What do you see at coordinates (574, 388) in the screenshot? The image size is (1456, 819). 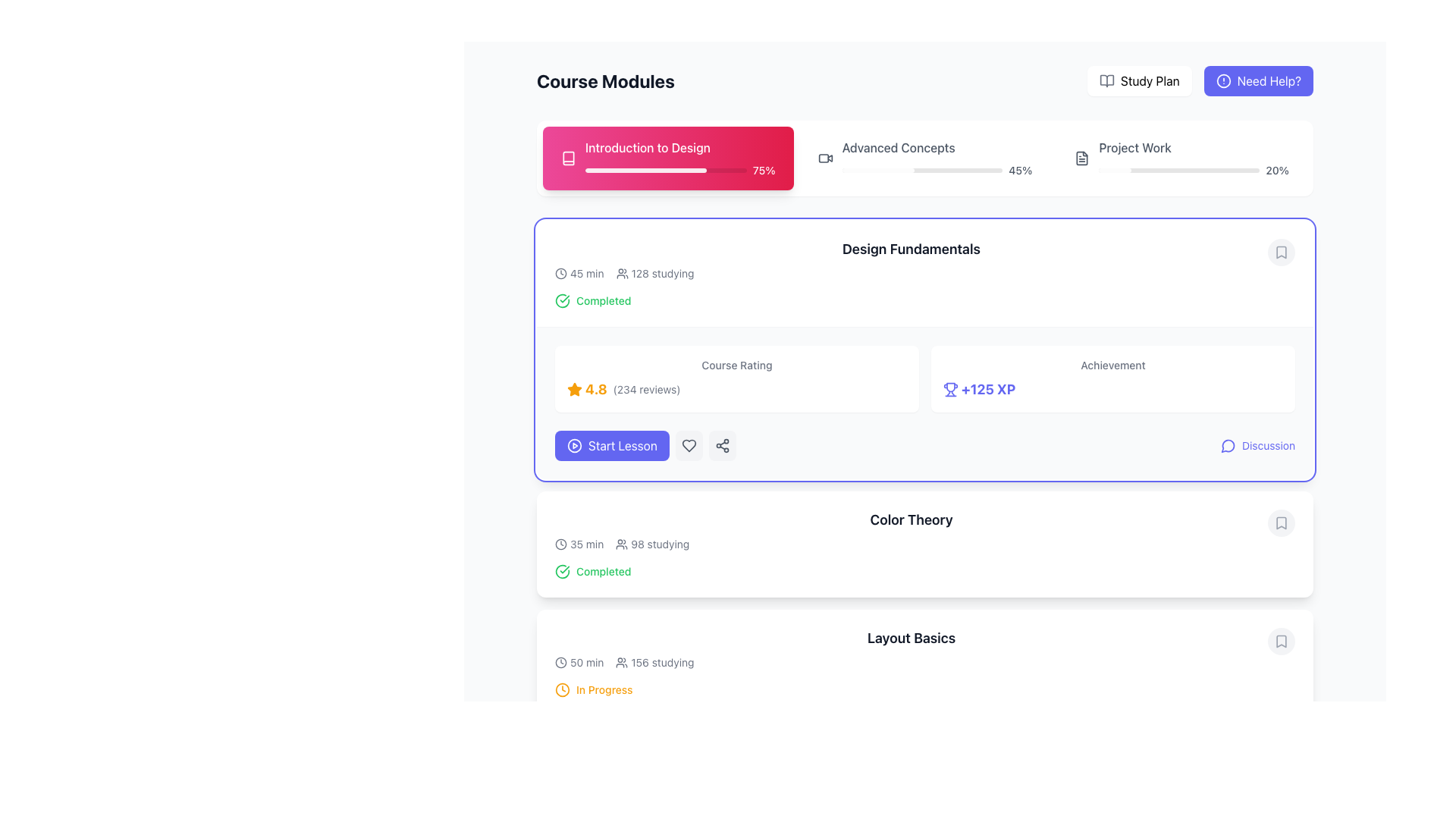 I see `the rating meaning by interacting with the star-shaped icon in the 'Course Rating' section of the 'Design Fundamentals' course card, which is filled in yellow or gold and indicates a rating or favorite symbol` at bounding box center [574, 388].